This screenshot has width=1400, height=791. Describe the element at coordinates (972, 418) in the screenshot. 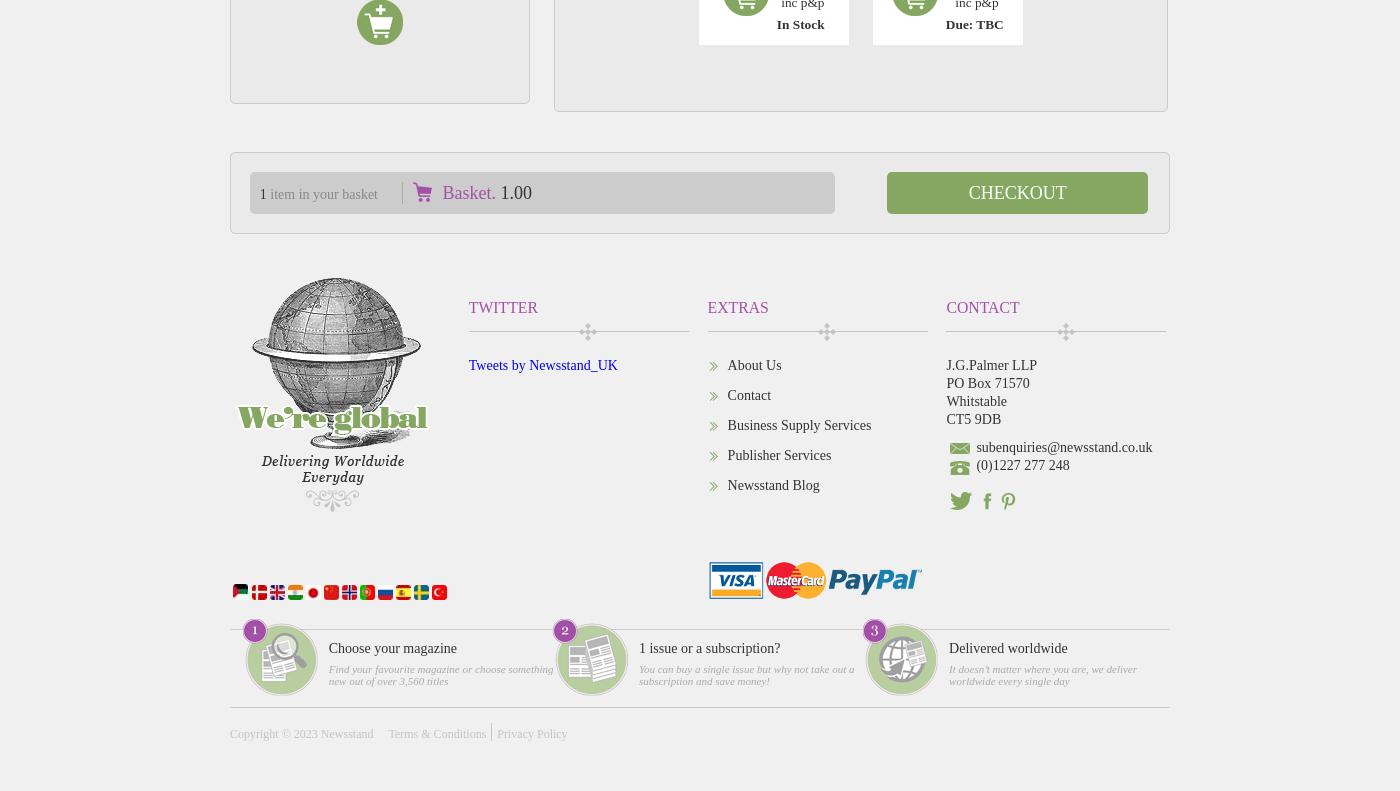

I see `'CT5 9DB'` at that location.